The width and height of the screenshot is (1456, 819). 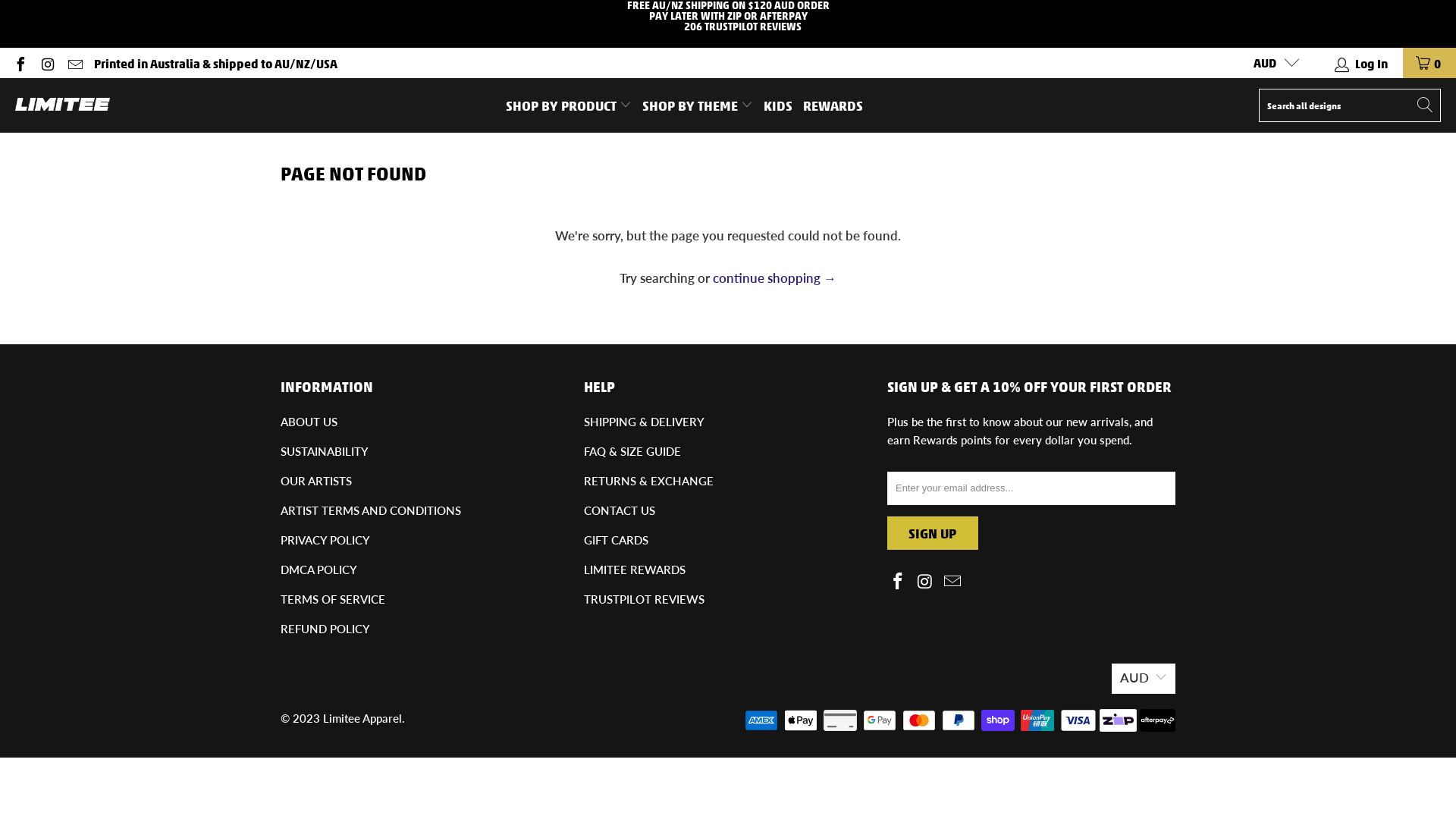 What do you see at coordinates (331, 598) in the screenshot?
I see `'TERMS OF SERVICE'` at bounding box center [331, 598].